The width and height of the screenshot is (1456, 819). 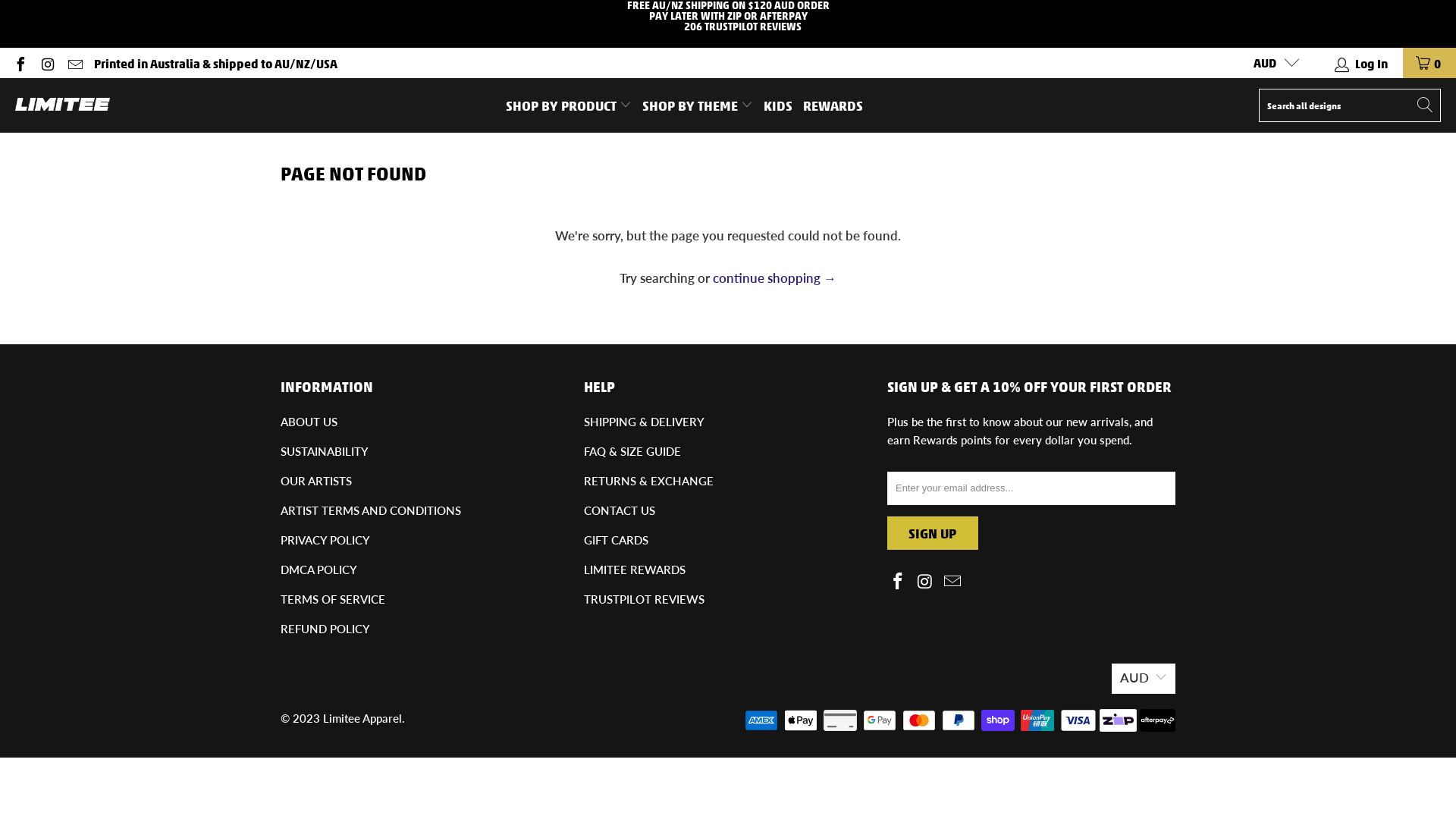 What do you see at coordinates (331, 598) in the screenshot?
I see `'TERMS OF SERVICE'` at bounding box center [331, 598].